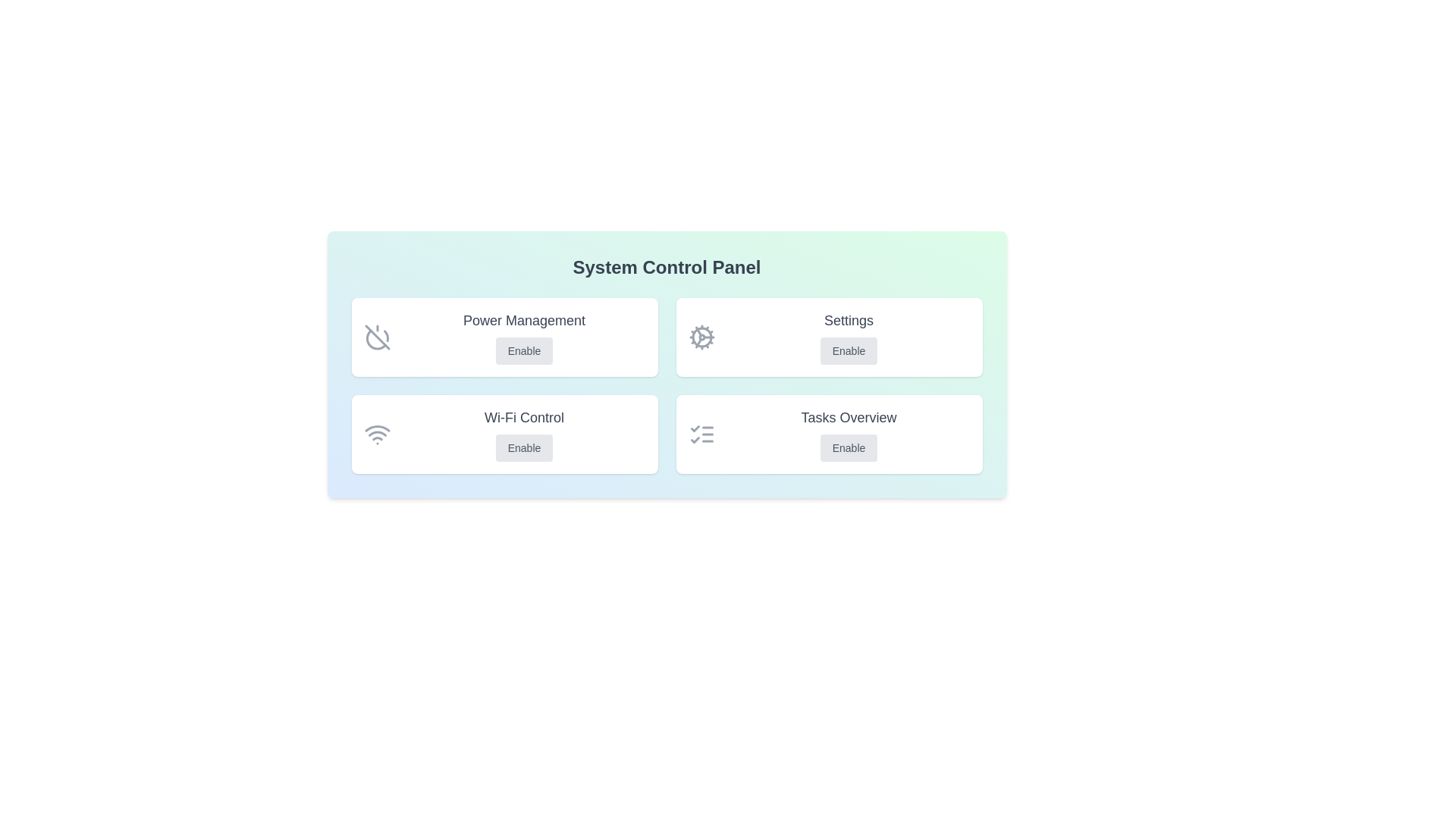 The height and width of the screenshot is (819, 1456). Describe the element at coordinates (377, 435) in the screenshot. I see `the Wi-Fi icon located in the 'Wi-Fi Control' panel, which features three curved lines radiating from a center point, styled with rounded edges and a grayish tone` at that location.